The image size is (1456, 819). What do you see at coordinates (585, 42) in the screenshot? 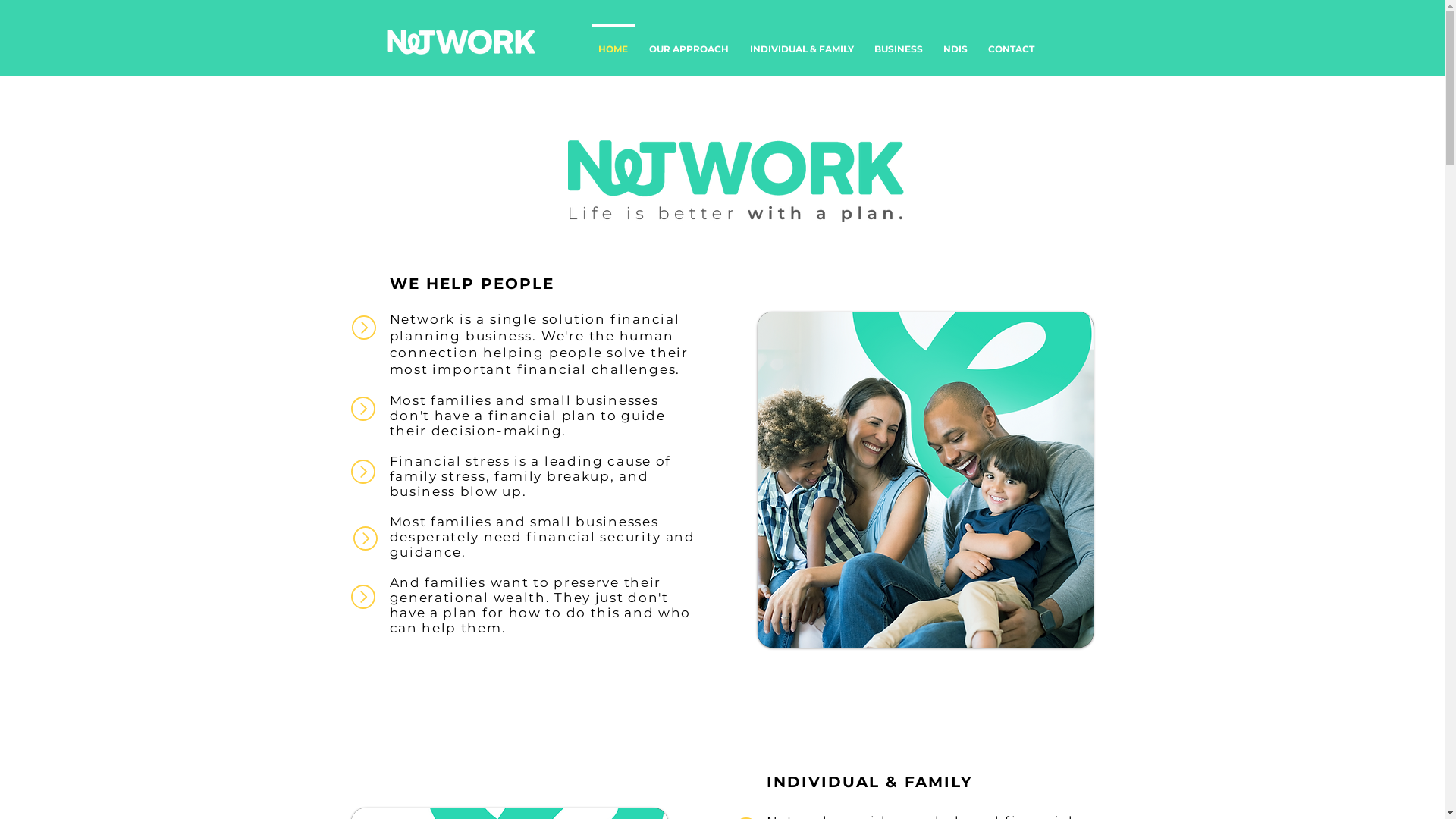
I see `'HOME'` at bounding box center [585, 42].